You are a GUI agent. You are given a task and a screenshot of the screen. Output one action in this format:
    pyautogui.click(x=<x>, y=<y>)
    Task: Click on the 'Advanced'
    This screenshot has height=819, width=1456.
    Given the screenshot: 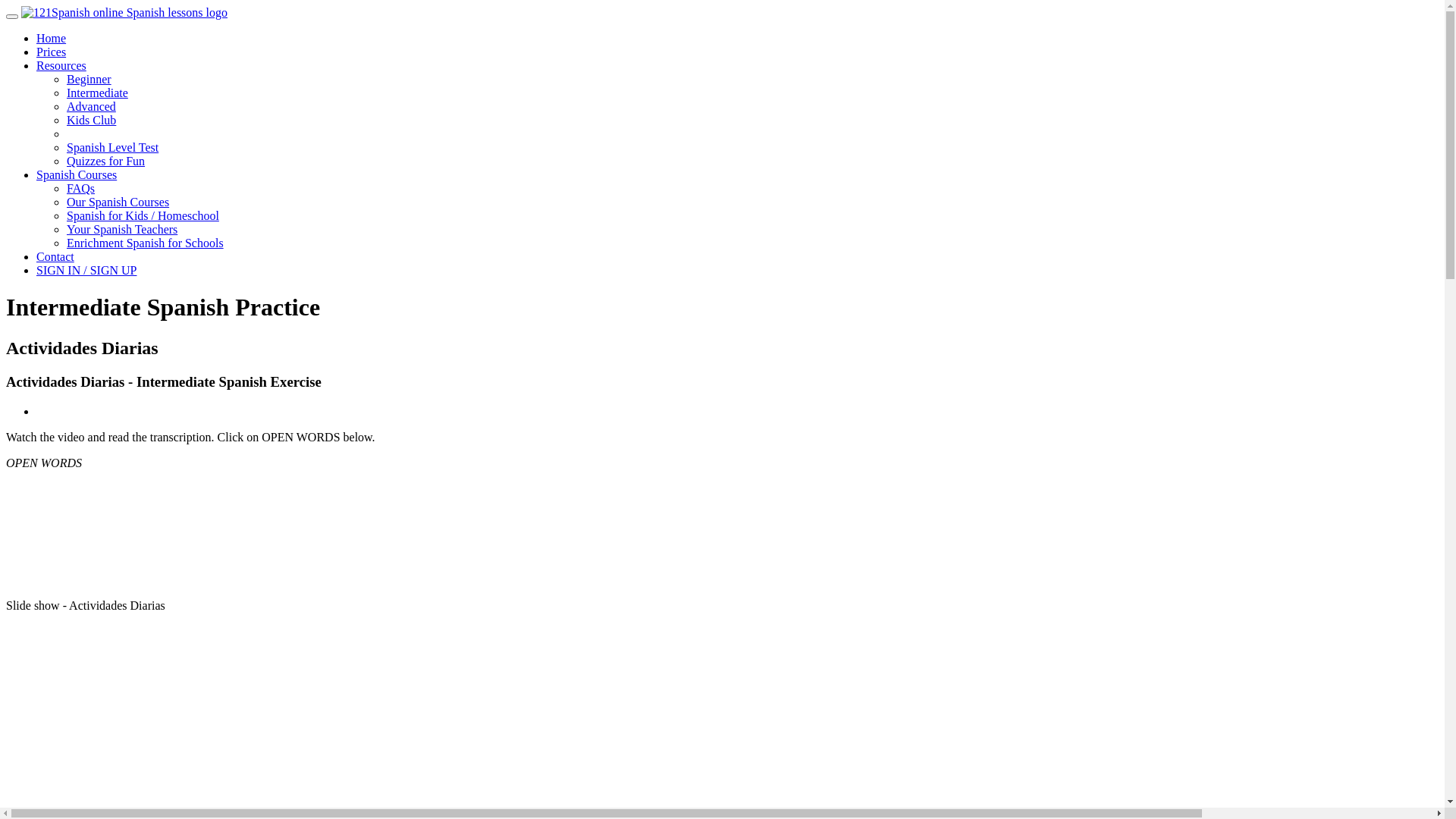 What is the action you would take?
    pyautogui.click(x=90, y=105)
    